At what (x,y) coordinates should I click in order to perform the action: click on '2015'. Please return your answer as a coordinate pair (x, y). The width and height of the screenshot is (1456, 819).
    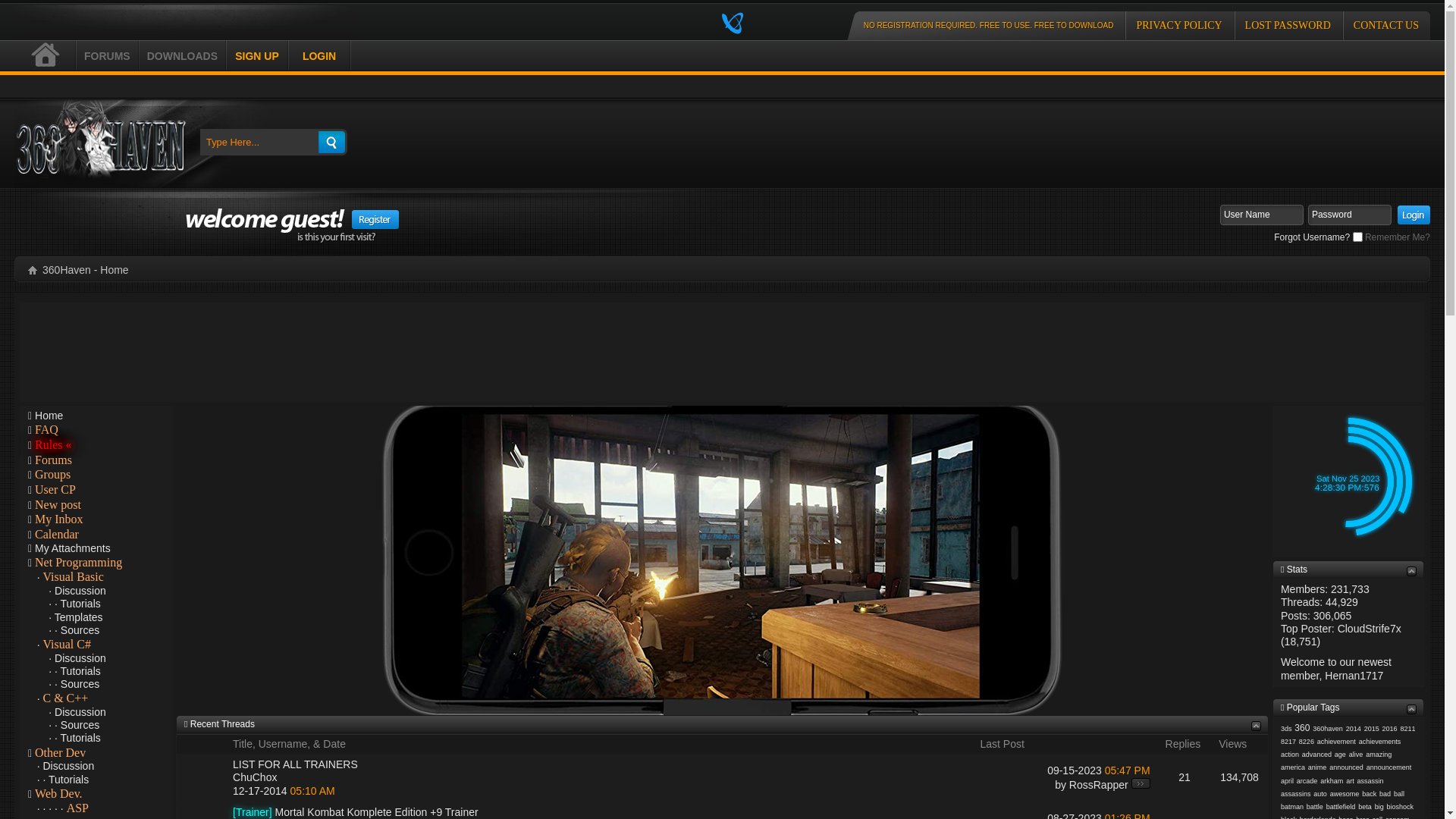
    Looking at the image, I should click on (1372, 727).